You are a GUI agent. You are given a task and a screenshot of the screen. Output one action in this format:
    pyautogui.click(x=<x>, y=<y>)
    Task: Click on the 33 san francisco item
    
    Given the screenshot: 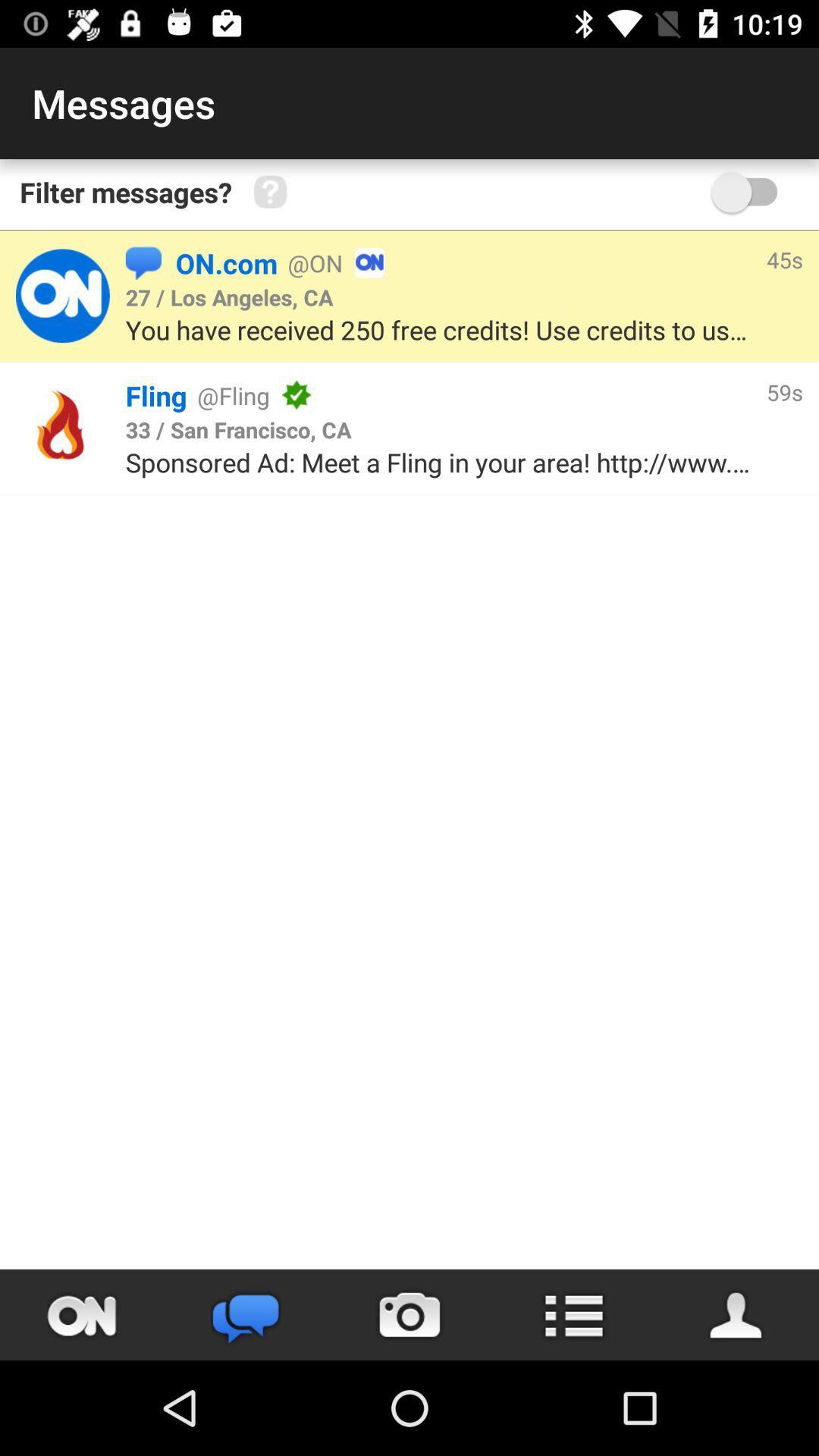 What is the action you would take?
    pyautogui.click(x=238, y=428)
    